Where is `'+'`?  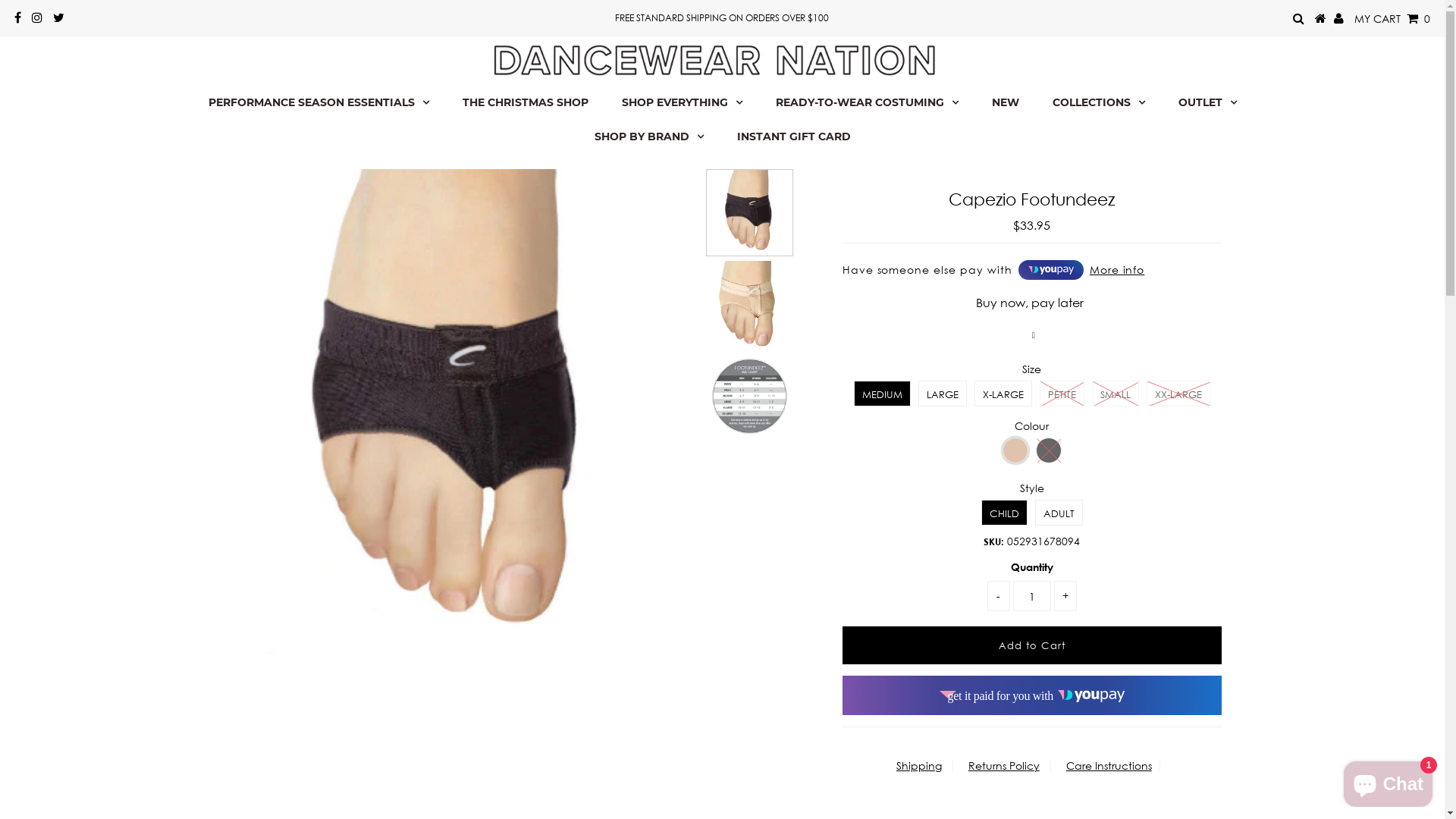 '+' is located at coordinates (1053, 595).